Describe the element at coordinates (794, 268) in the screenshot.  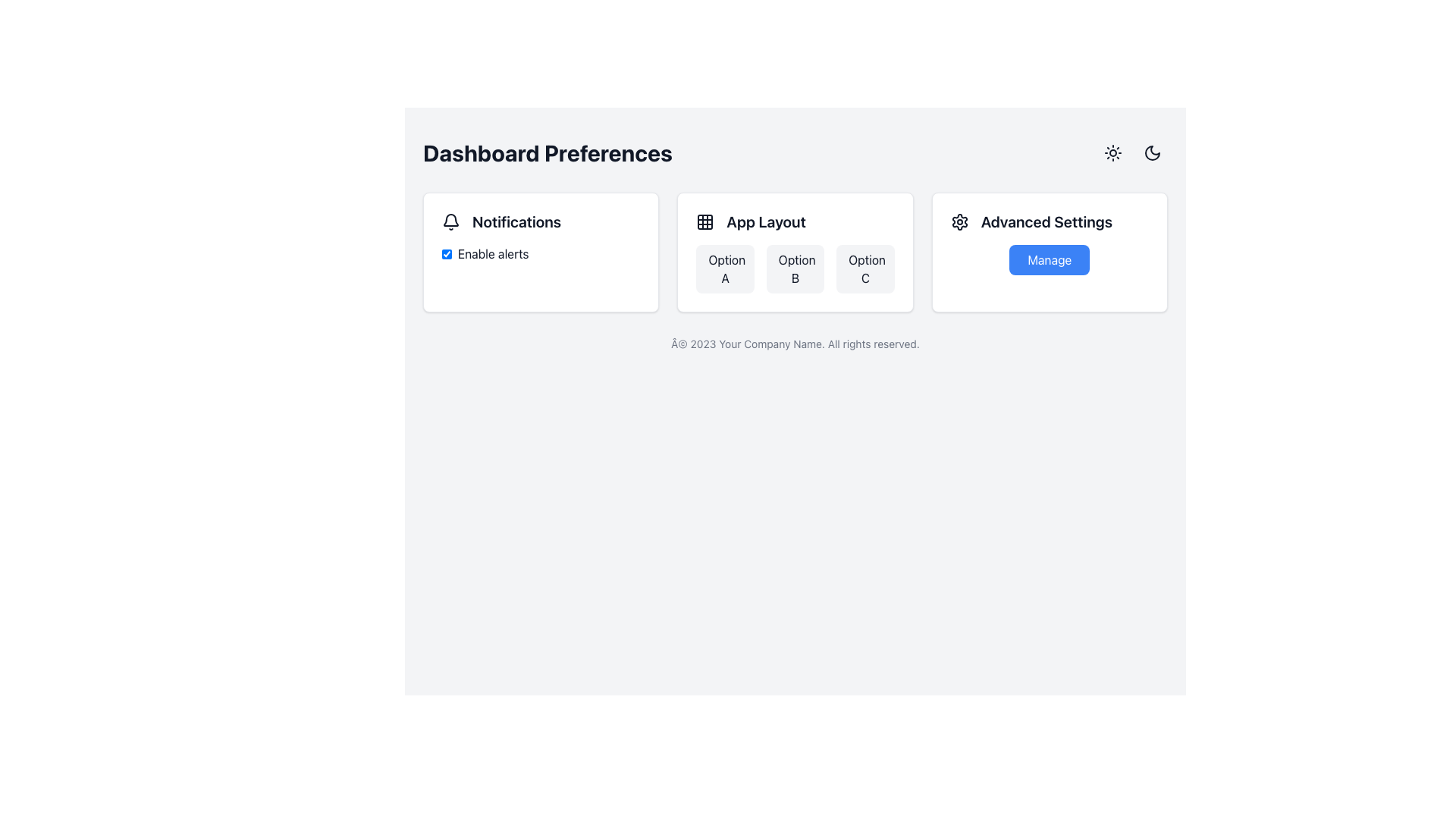
I see `the button labeled 'Option B'` at that location.